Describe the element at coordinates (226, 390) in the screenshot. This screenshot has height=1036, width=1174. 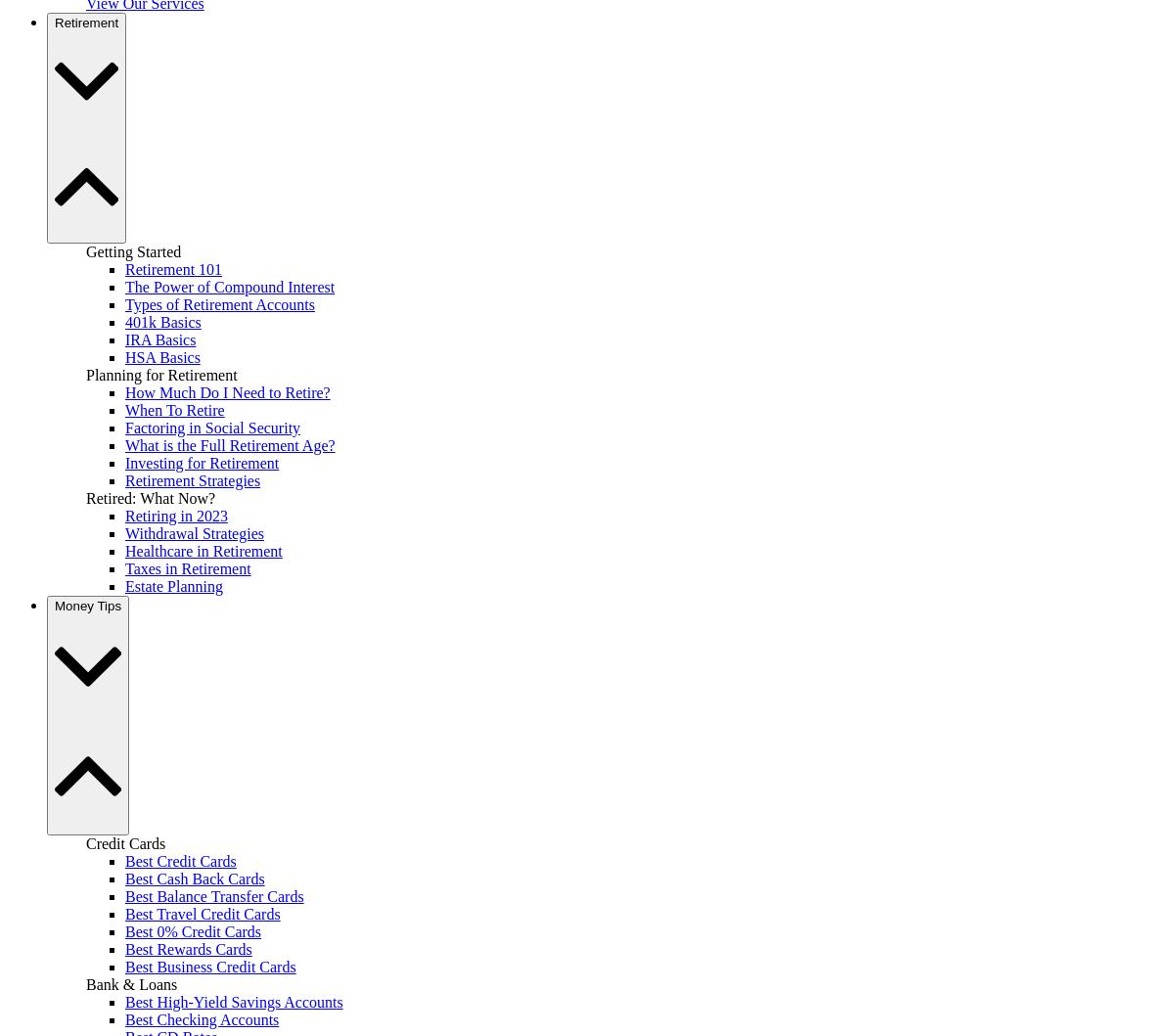
I see `'How Much Do I Need to Retire?'` at that location.